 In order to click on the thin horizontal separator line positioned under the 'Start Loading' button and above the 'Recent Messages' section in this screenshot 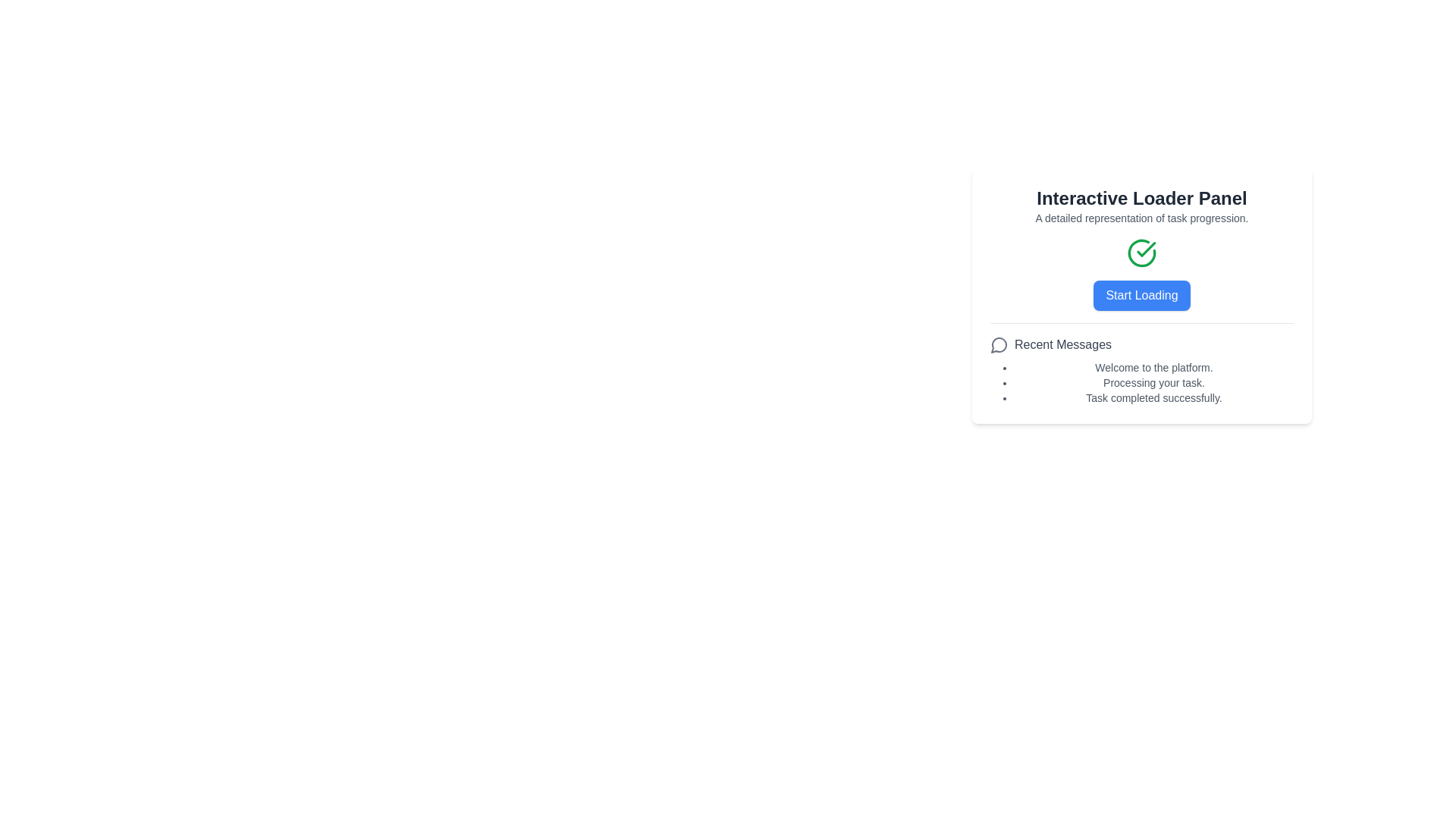, I will do `click(1142, 322)`.